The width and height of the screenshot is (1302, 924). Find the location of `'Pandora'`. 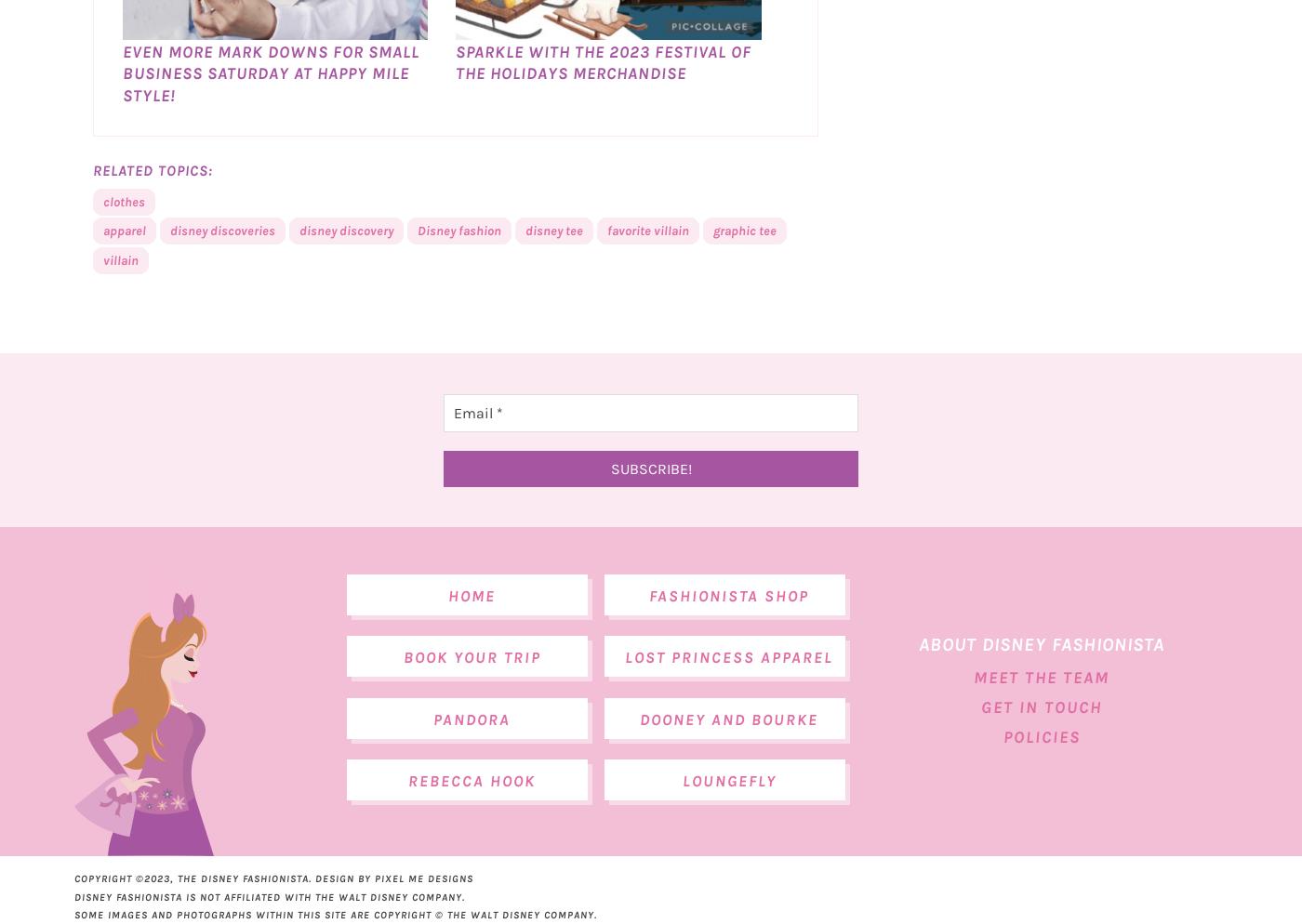

'Pandora' is located at coordinates (472, 759).